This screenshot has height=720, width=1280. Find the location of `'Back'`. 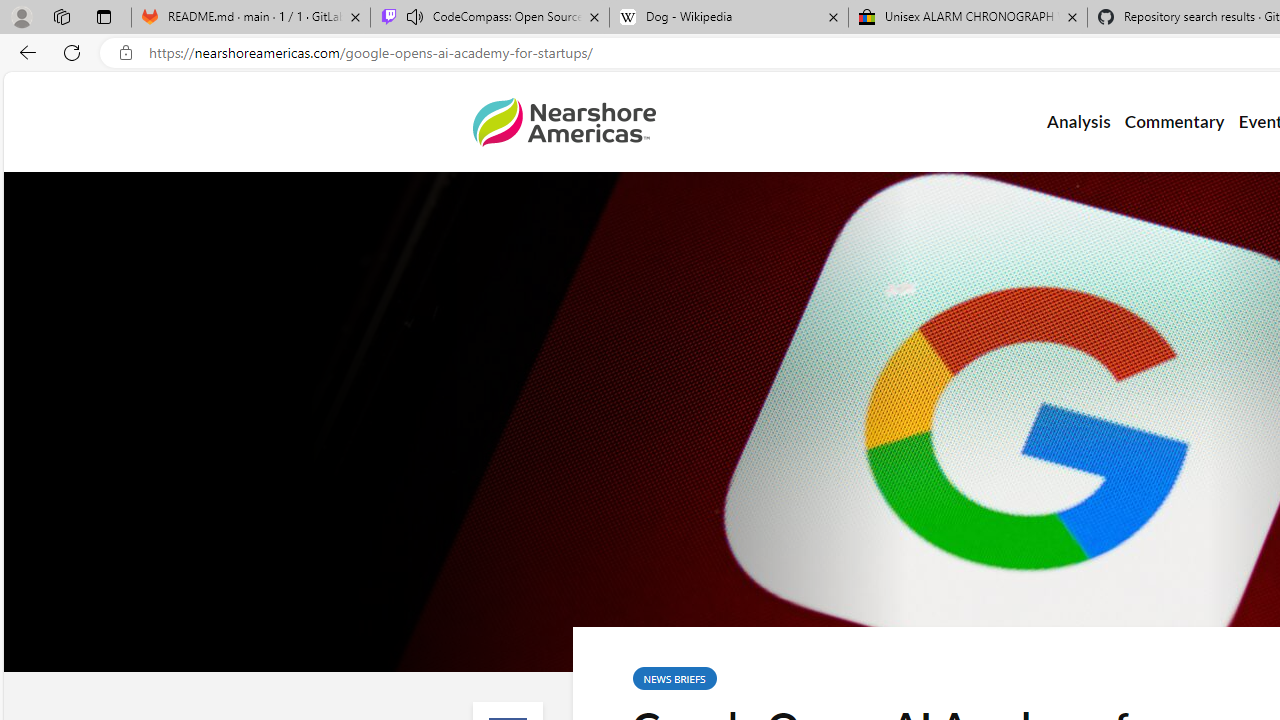

'Back' is located at coordinates (24, 51).